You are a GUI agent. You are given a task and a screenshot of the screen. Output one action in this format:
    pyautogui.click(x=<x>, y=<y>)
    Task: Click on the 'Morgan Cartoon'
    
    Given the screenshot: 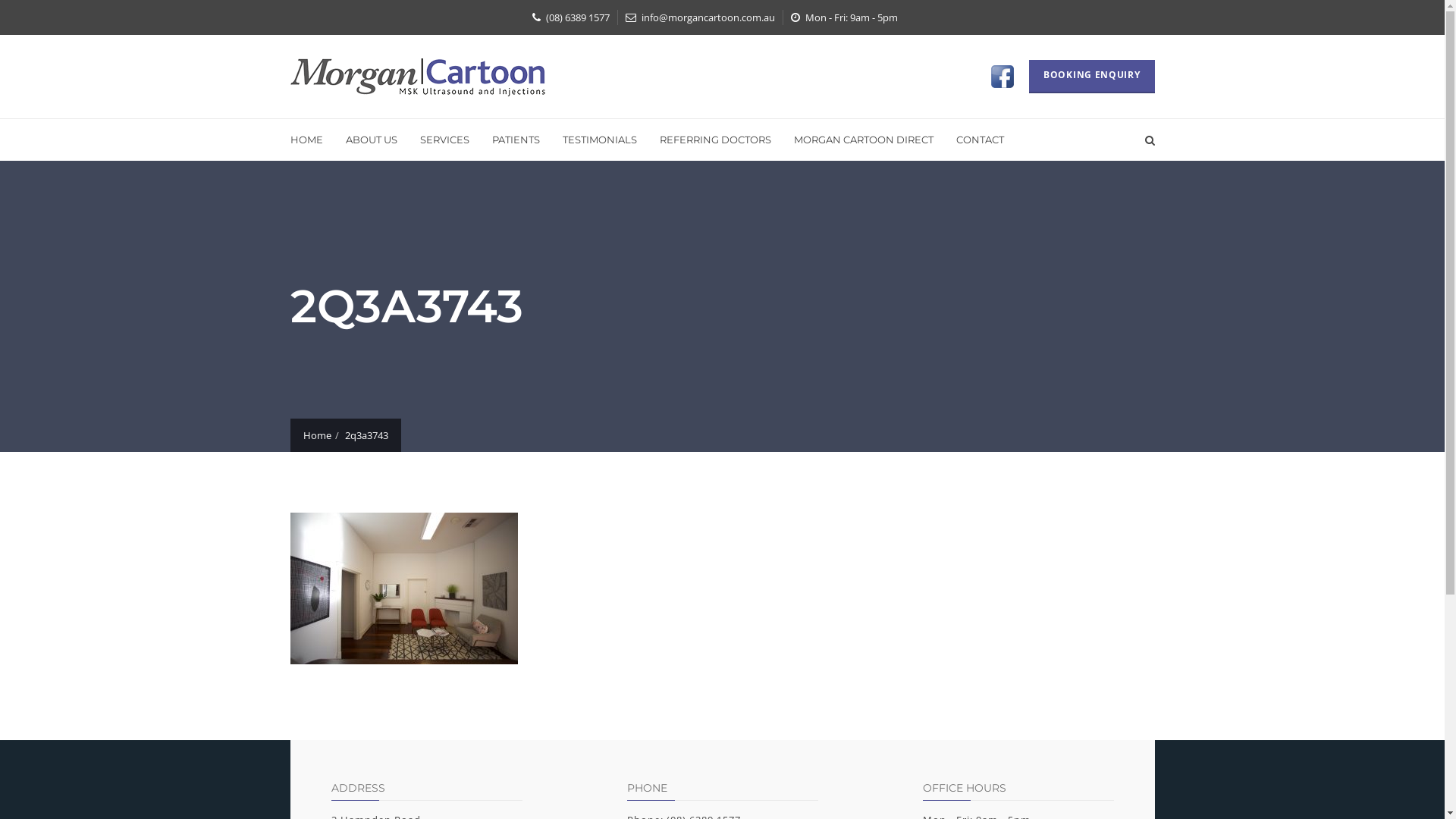 What is the action you would take?
    pyautogui.click(x=417, y=76)
    